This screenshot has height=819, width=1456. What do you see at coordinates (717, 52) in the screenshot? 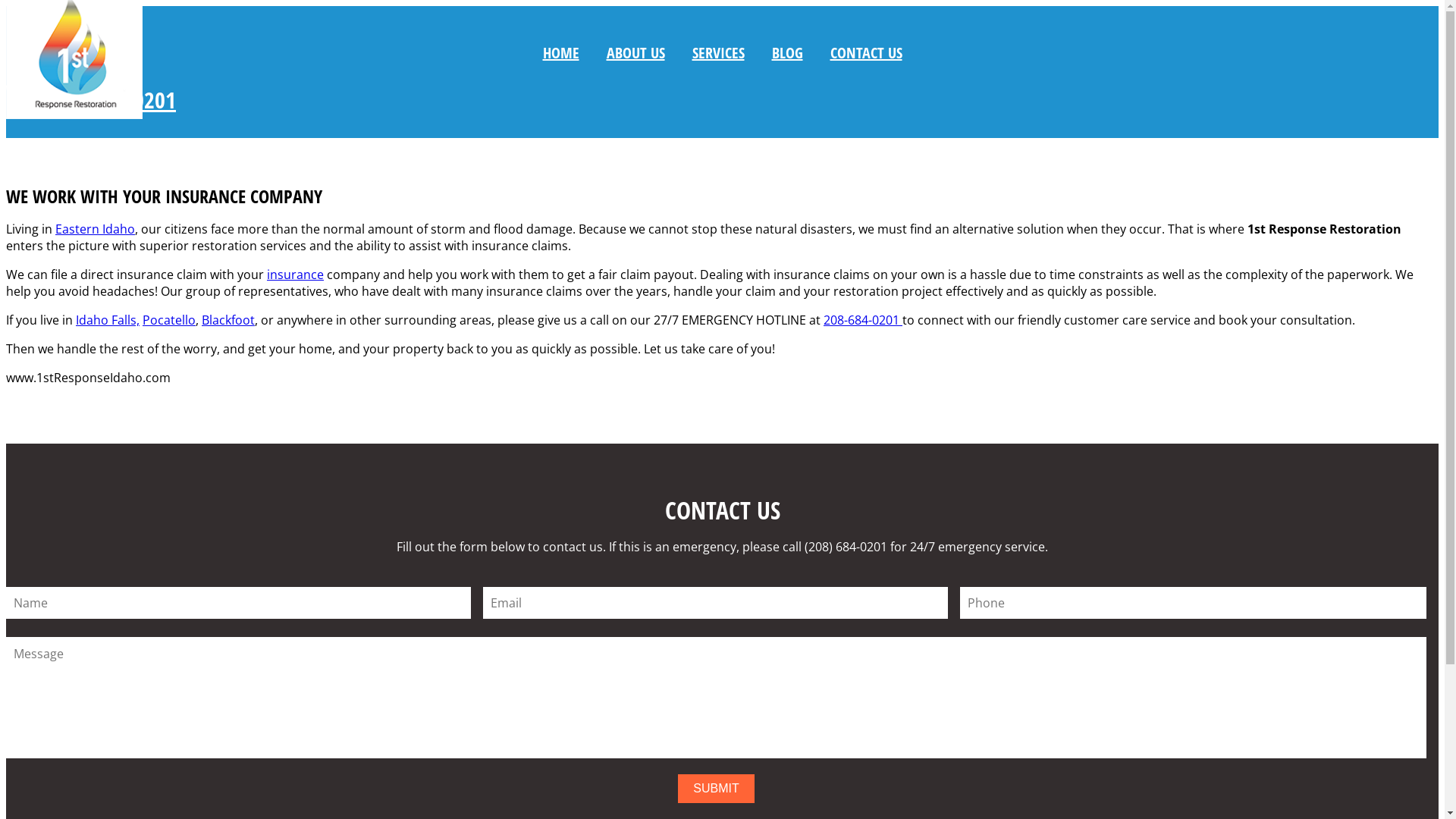
I see `'SERVICES'` at bounding box center [717, 52].